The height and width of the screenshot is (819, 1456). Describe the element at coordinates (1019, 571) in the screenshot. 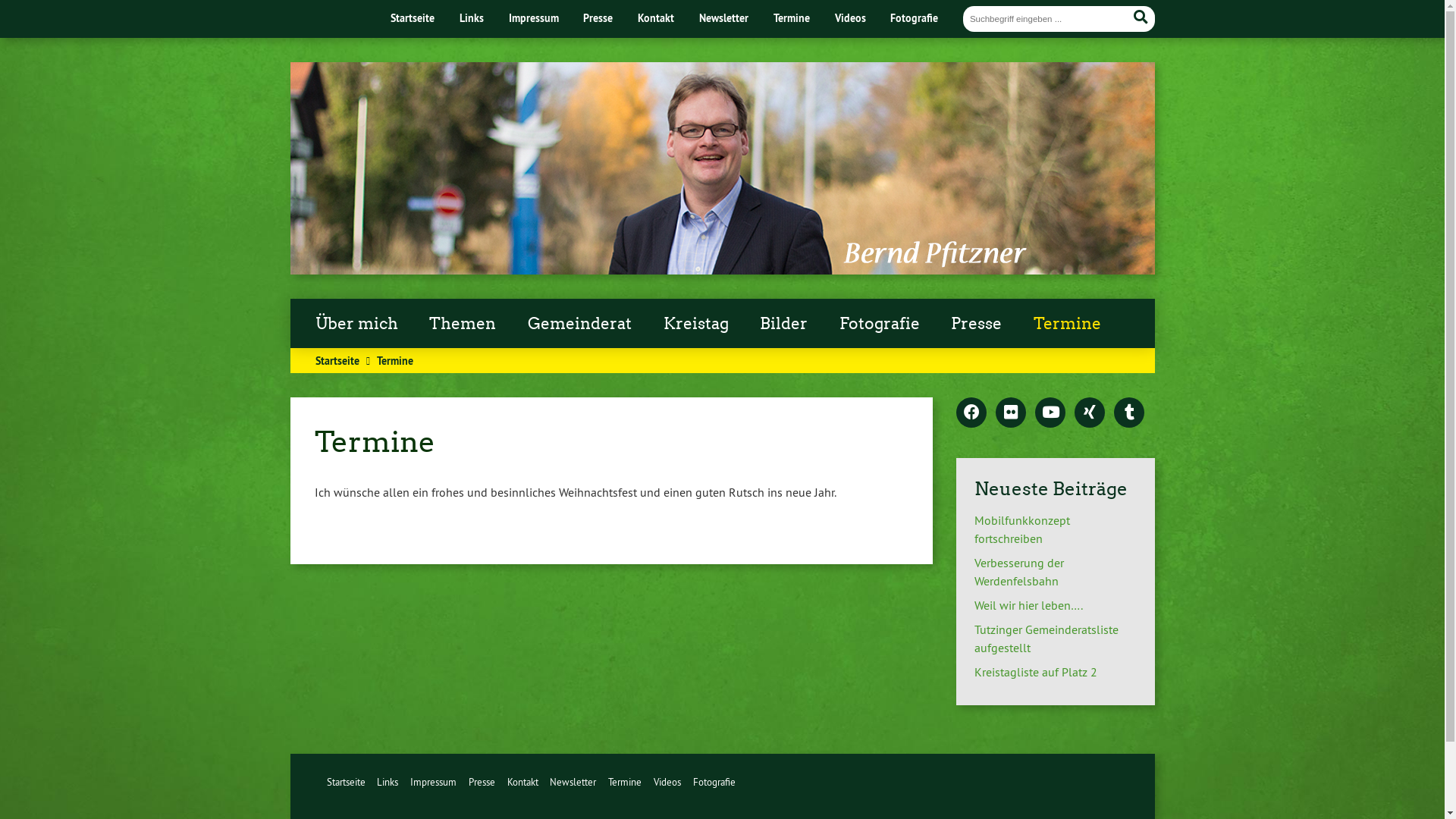

I see `'Verbesserung der Werdenfelsbahn'` at that location.